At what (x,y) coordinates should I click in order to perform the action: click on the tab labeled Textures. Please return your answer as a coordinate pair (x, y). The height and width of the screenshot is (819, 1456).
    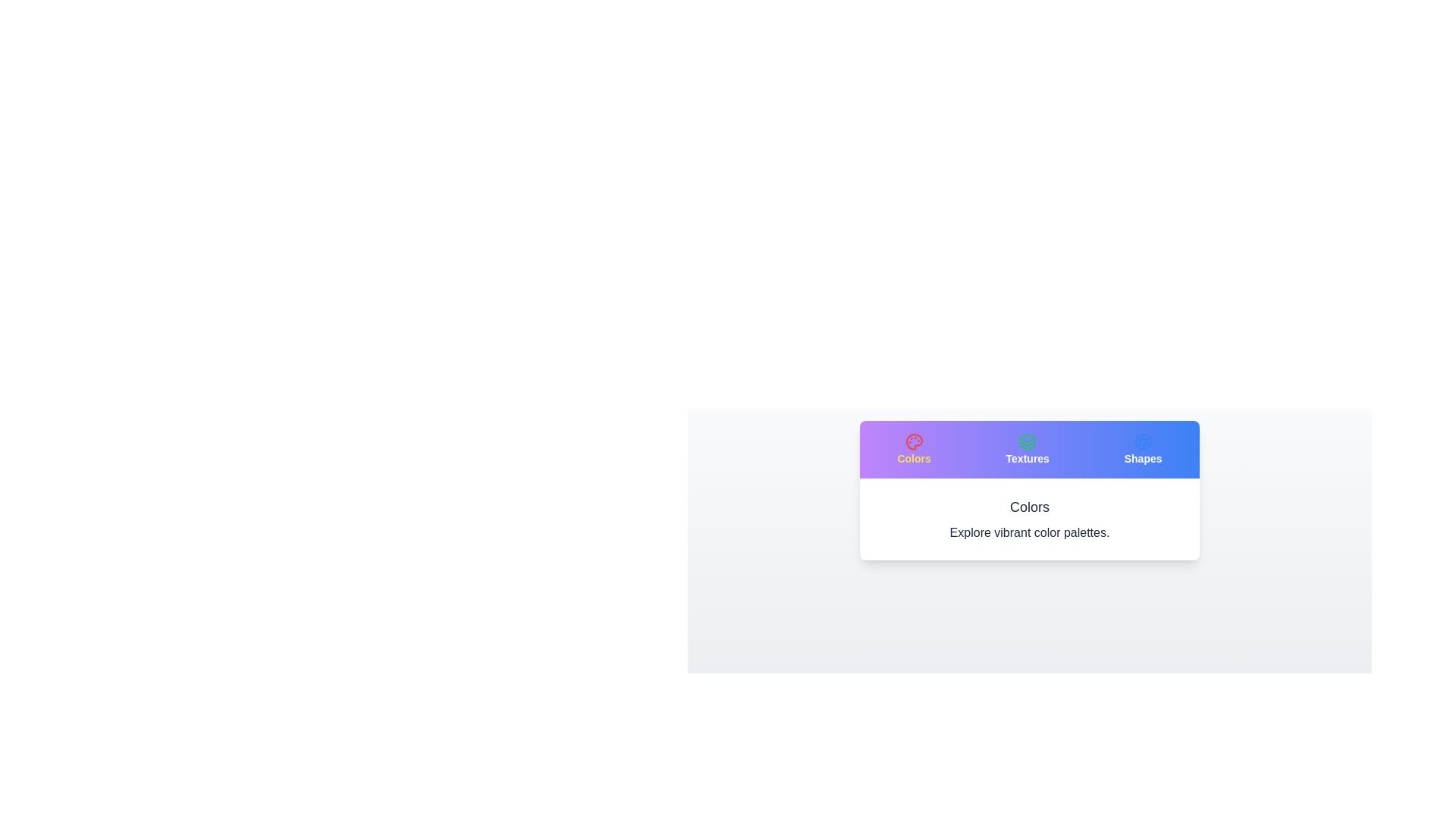
    Looking at the image, I should click on (1027, 449).